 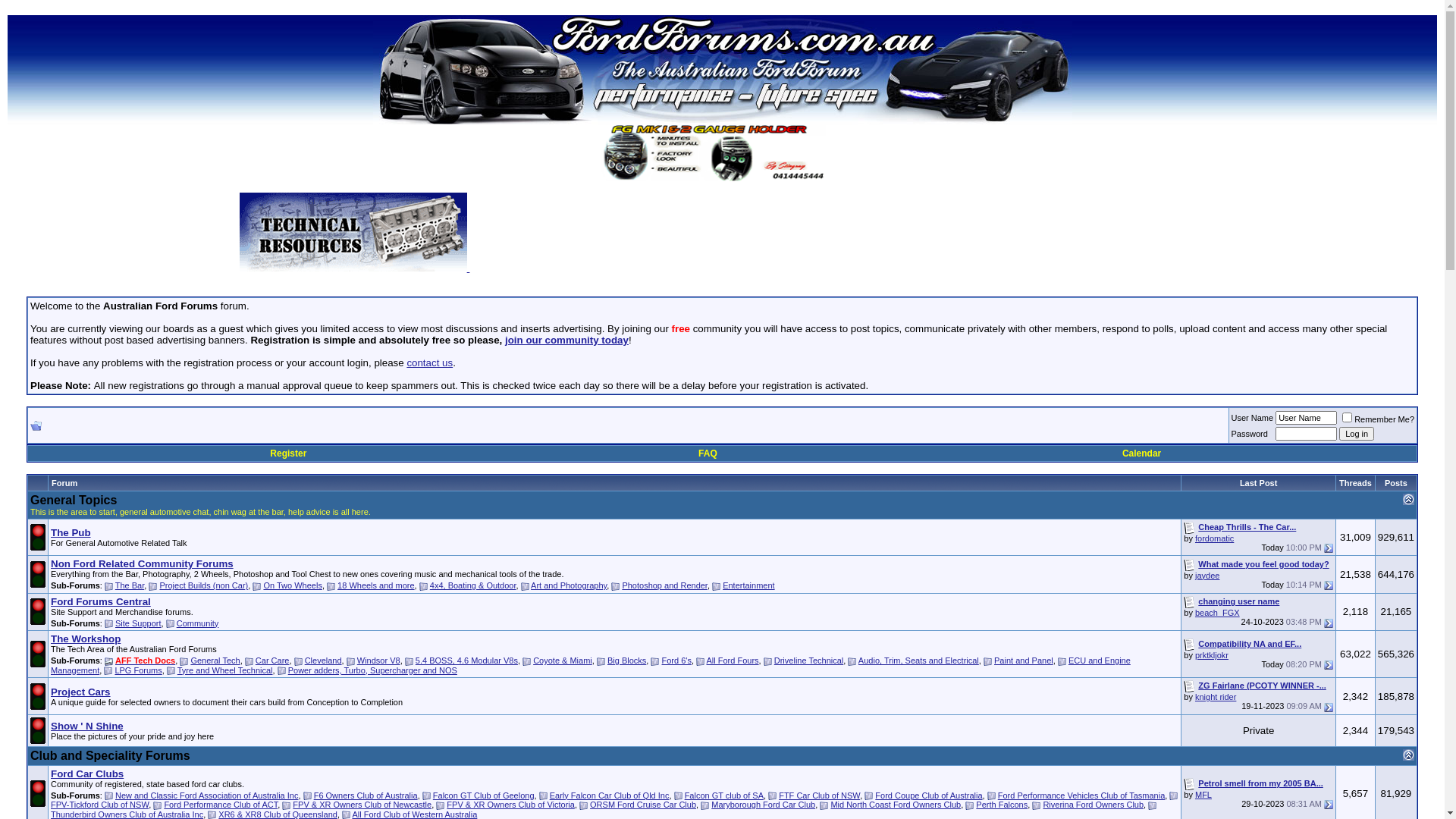 I want to click on 'Project Cars', so click(x=80, y=692).